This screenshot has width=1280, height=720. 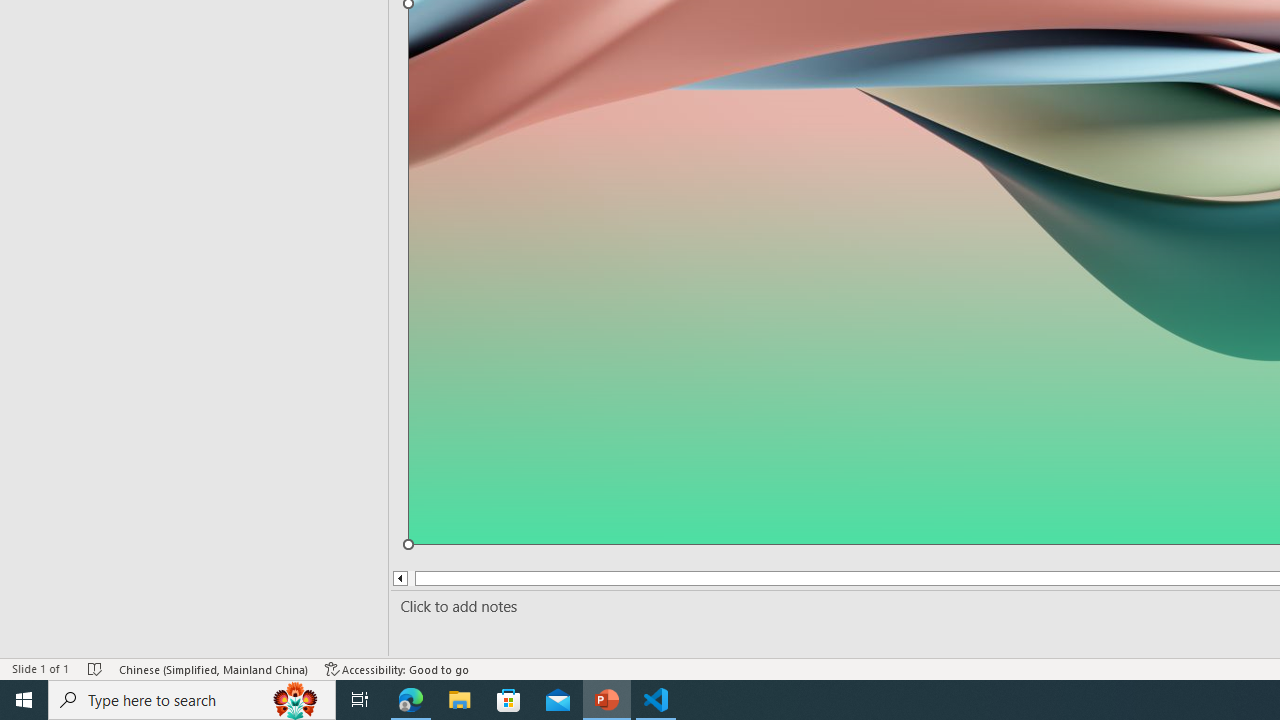 What do you see at coordinates (397, 669) in the screenshot?
I see `'Accessibility Checker Accessibility: Good to go'` at bounding box center [397, 669].